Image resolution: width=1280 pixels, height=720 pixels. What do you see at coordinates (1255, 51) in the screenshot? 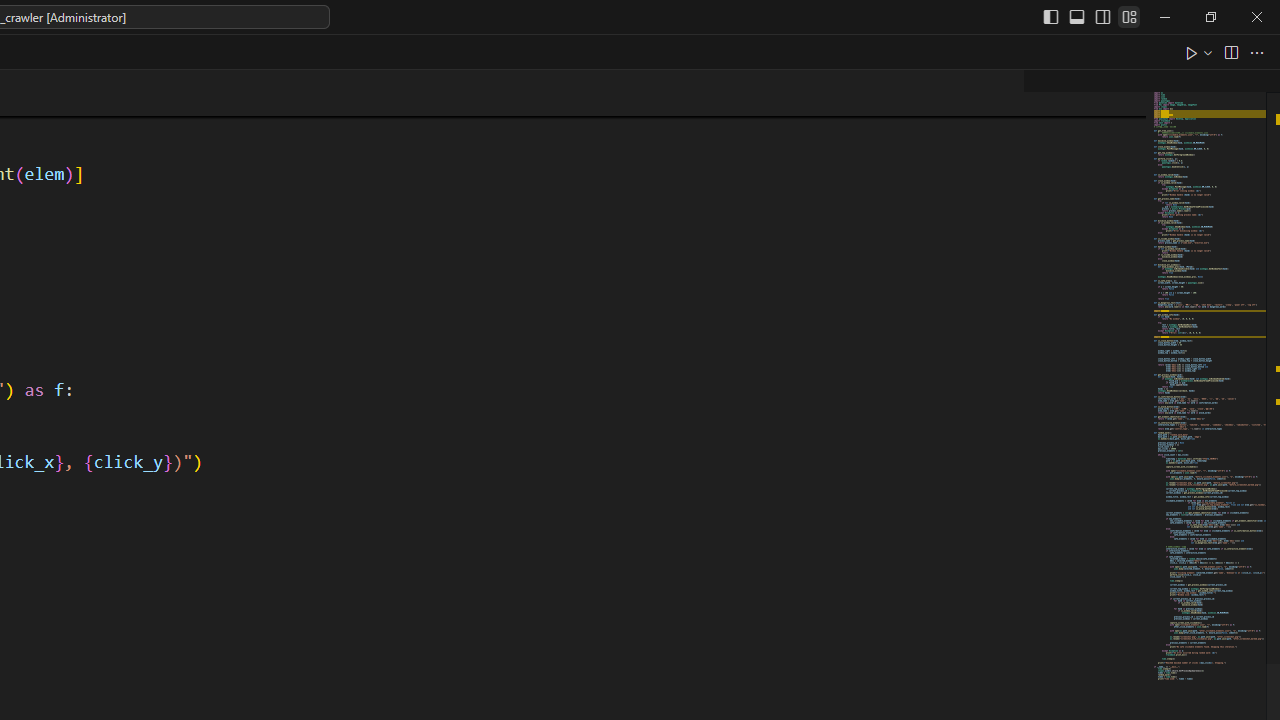
I see `'More Actions...'` at bounding box center [1255, 51].